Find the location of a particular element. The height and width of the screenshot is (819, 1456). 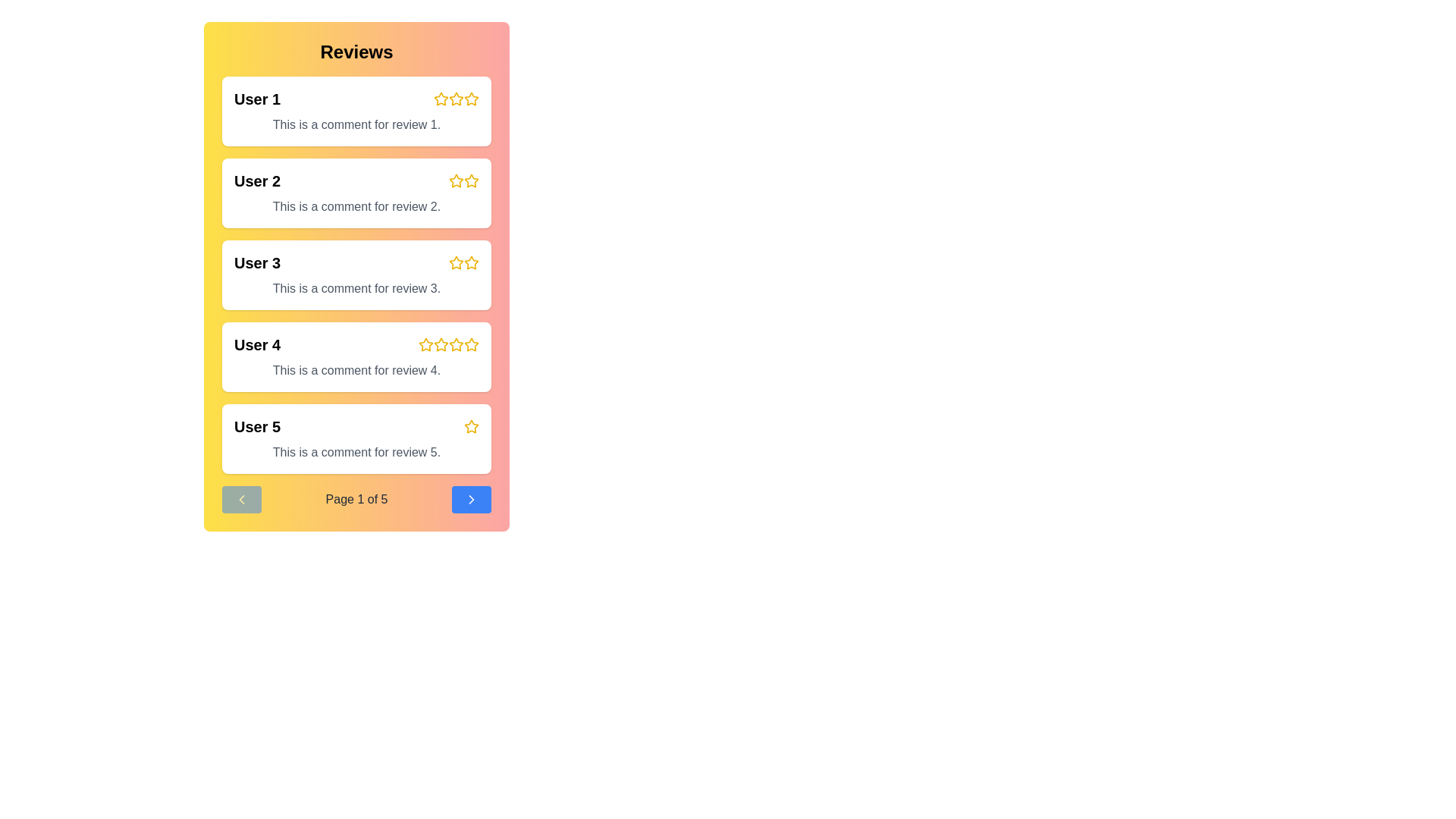

the third star icon in the rating row associated with 'User 4' to rate it is located at coordinates (440, 345).